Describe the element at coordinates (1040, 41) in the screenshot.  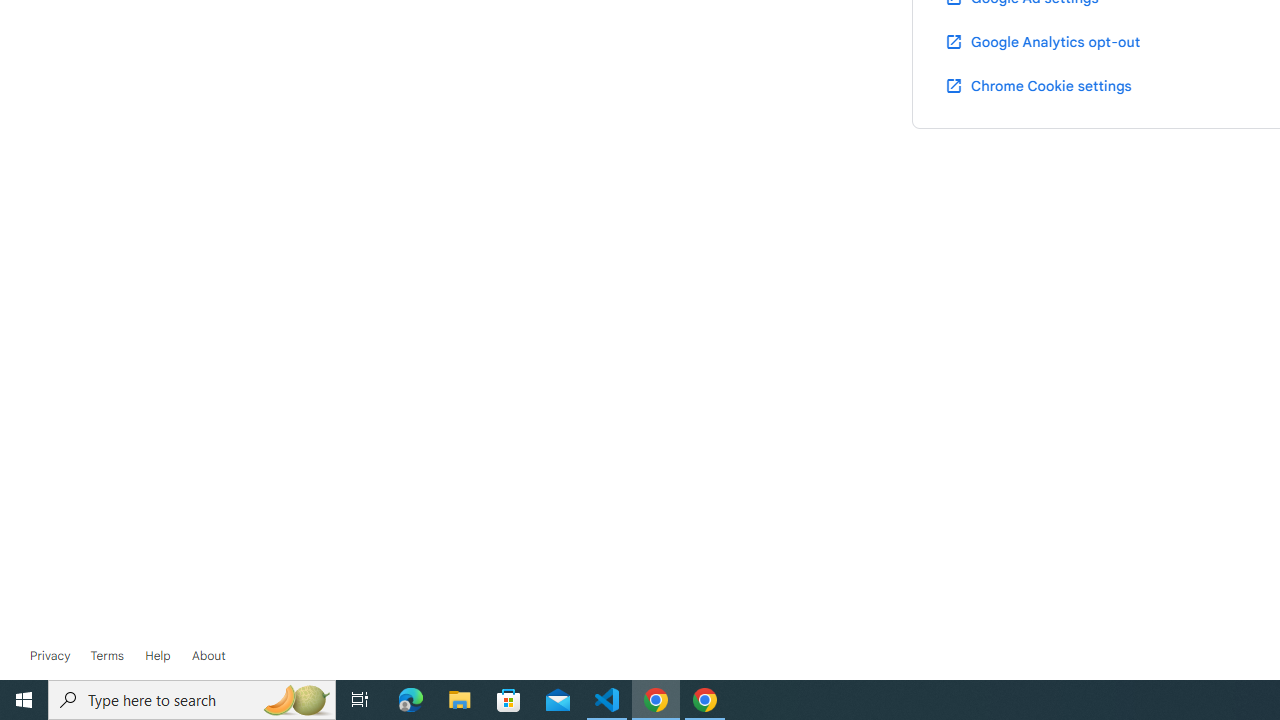
I see `'Google Analytics opt-out'` at that location.